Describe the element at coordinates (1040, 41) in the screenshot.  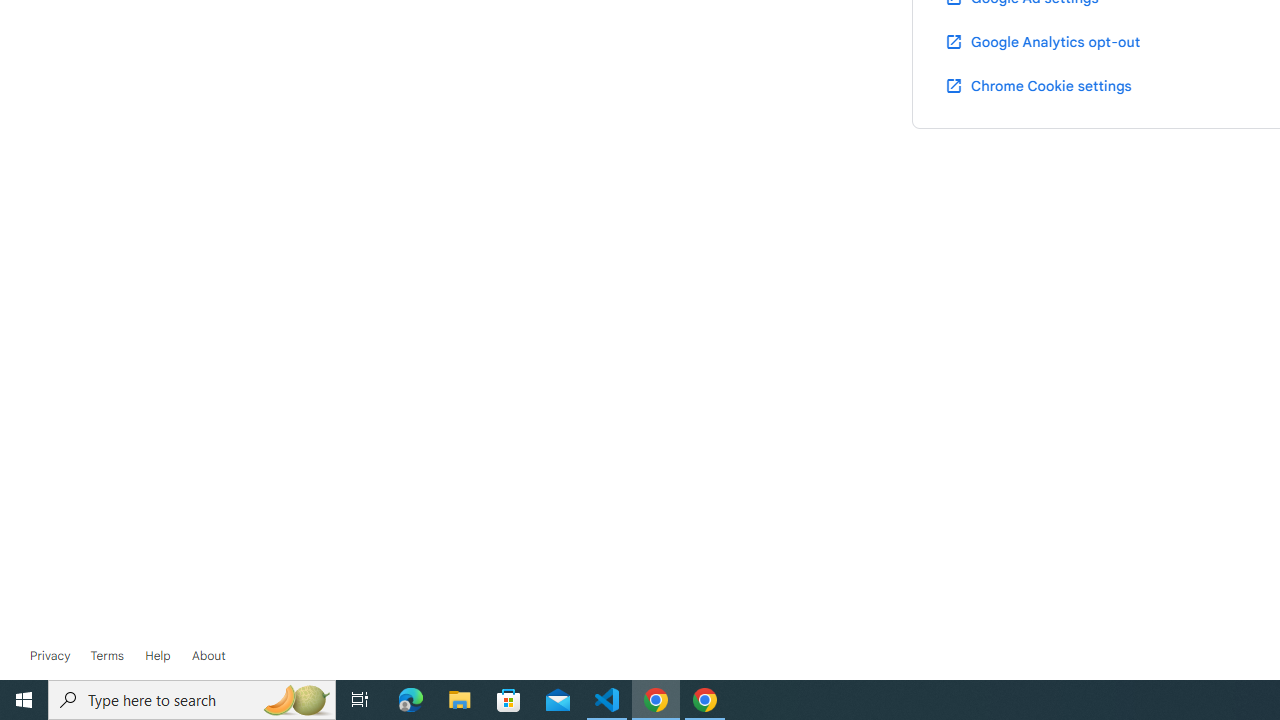
I see `'Google Analytics opt-out'` at that location.